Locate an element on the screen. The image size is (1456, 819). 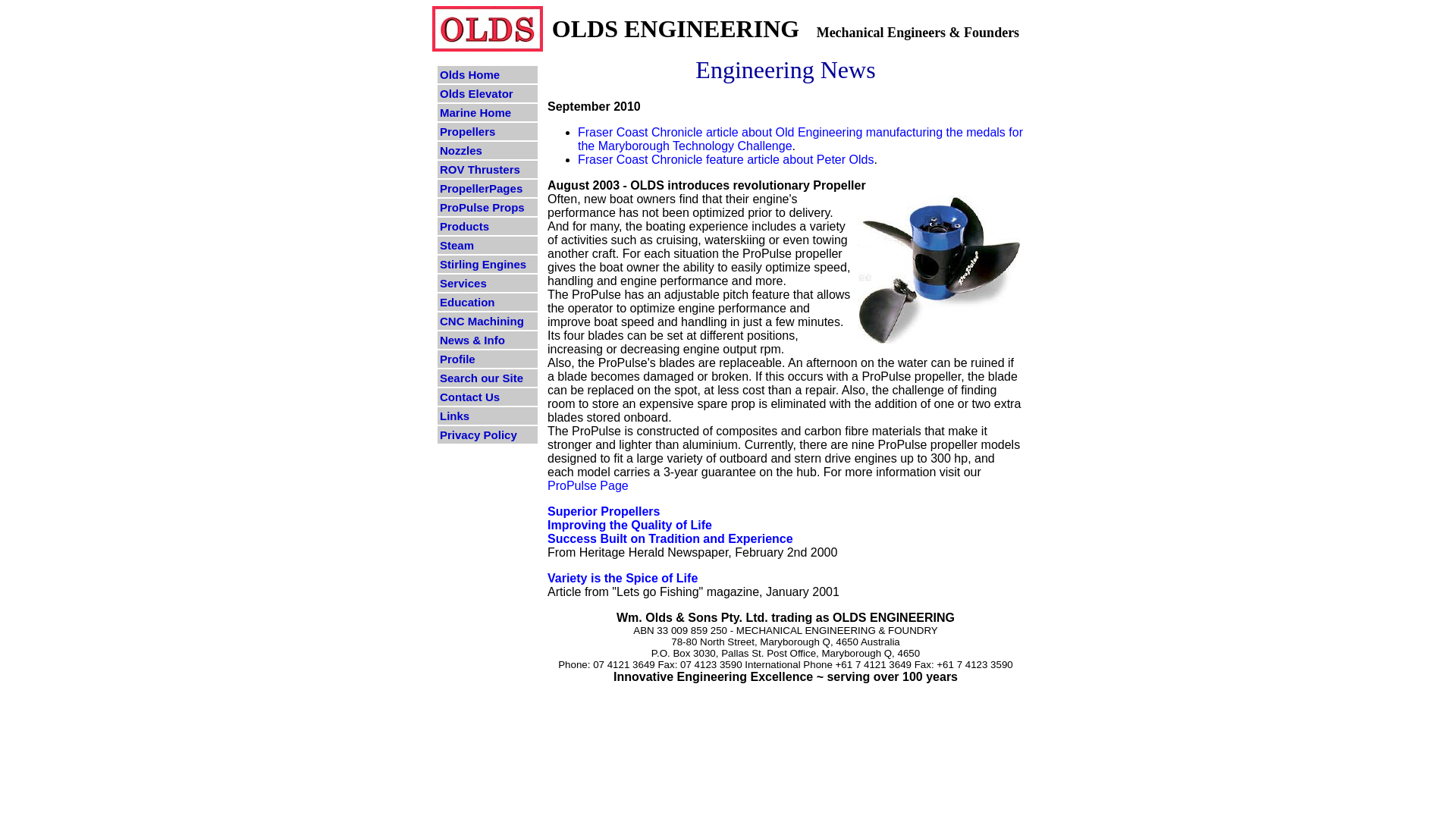
'CNC Machining' is located at coordinates (436, 320).